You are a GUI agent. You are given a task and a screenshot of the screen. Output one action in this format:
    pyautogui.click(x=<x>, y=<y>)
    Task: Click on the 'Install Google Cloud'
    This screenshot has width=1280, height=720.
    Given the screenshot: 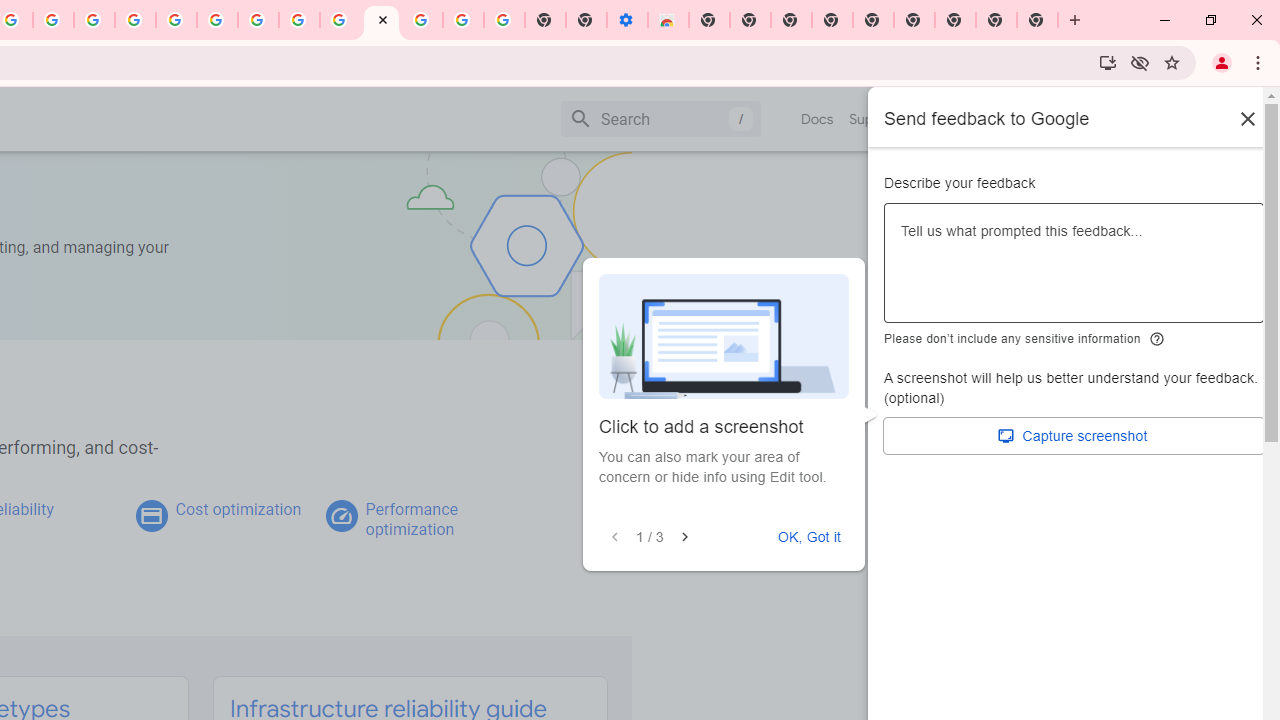 What is the action you would take?
    pyautogui.click(x=1106, y=61)
    